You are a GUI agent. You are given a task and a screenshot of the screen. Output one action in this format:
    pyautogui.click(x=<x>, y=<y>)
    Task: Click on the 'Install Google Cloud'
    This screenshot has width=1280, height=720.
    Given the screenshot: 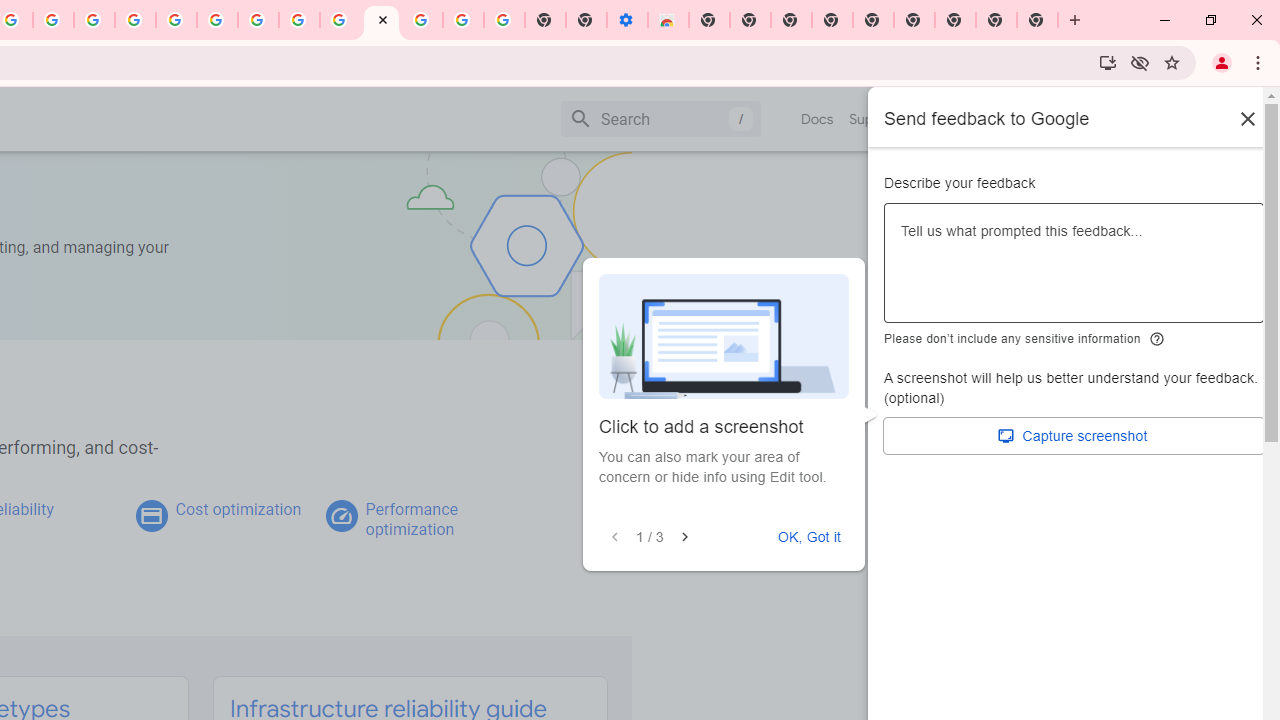 What is the action you would take?
    pyautogui.click(x=1106, y=61)
    